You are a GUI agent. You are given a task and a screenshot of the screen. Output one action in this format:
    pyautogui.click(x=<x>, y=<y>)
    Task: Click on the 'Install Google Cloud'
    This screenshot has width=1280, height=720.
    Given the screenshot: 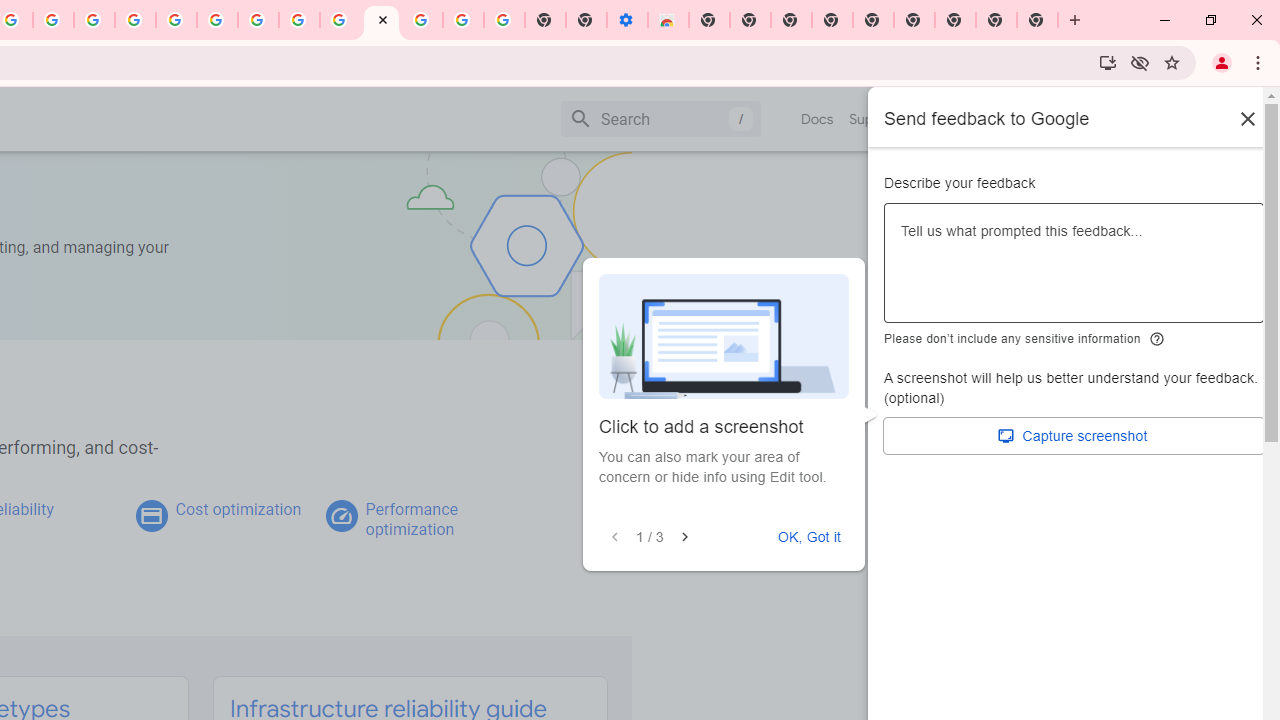 What is the action you would take?
    pyautogui.click(x=1106, y=61)
    